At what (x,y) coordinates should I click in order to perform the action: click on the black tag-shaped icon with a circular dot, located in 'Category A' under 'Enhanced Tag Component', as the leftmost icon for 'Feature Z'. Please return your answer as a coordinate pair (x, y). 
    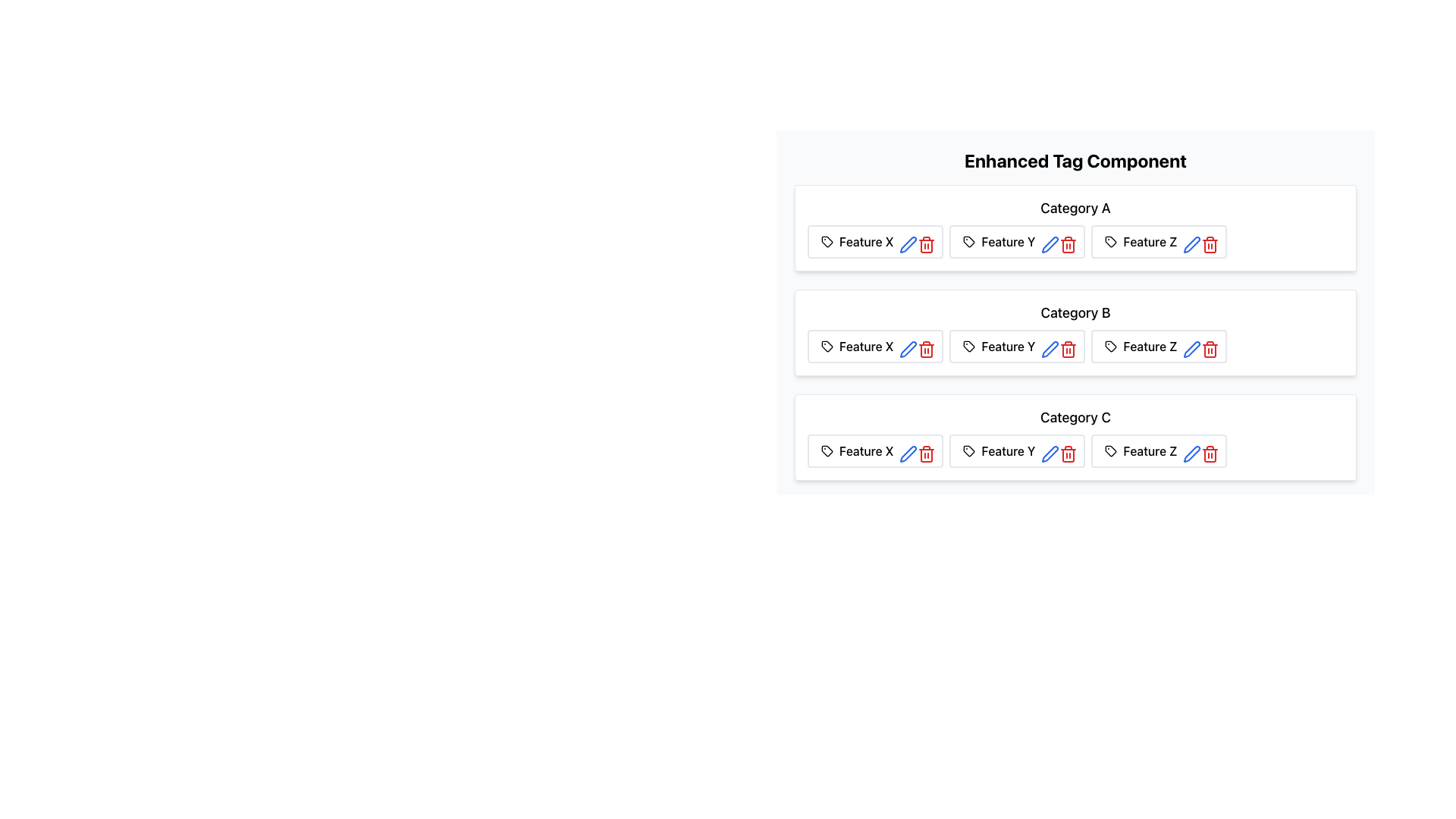
    Looking at the image, I should click on (1111, 241).